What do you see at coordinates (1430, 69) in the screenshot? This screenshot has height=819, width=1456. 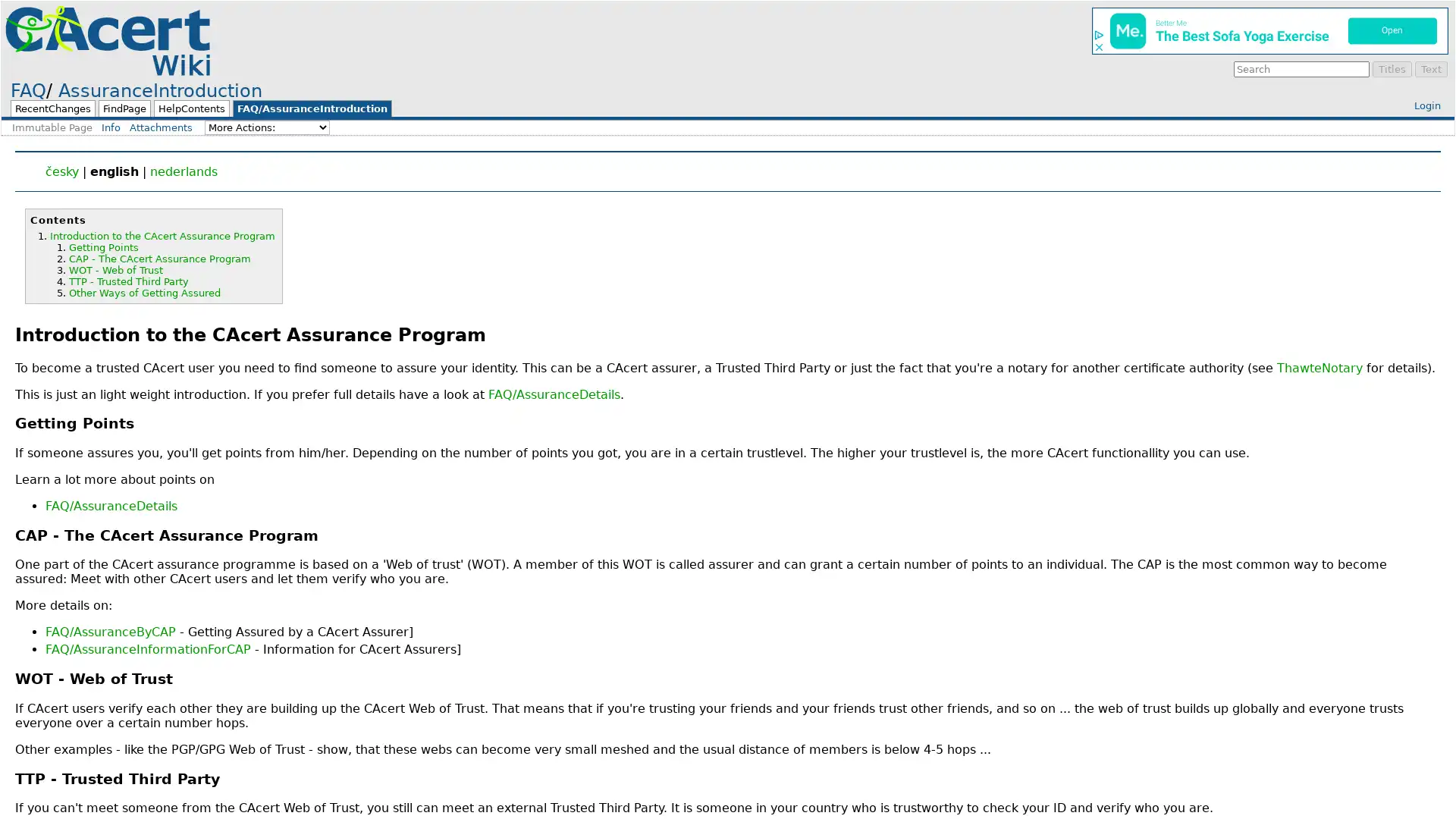 I see `Text` at bounding box center [1430, 69].